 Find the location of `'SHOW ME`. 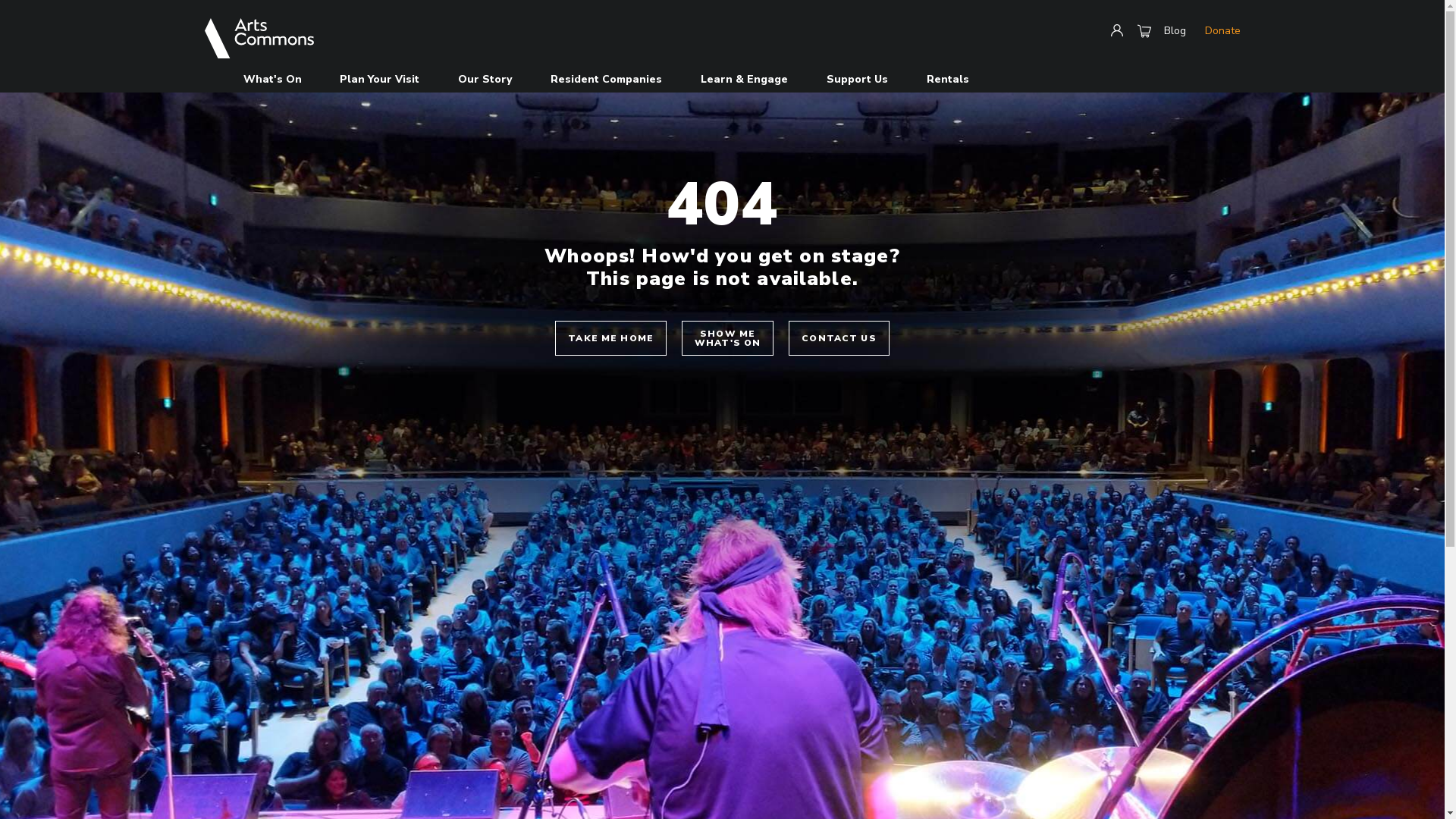

'SHOW ME is located at coordinates (726, 337).